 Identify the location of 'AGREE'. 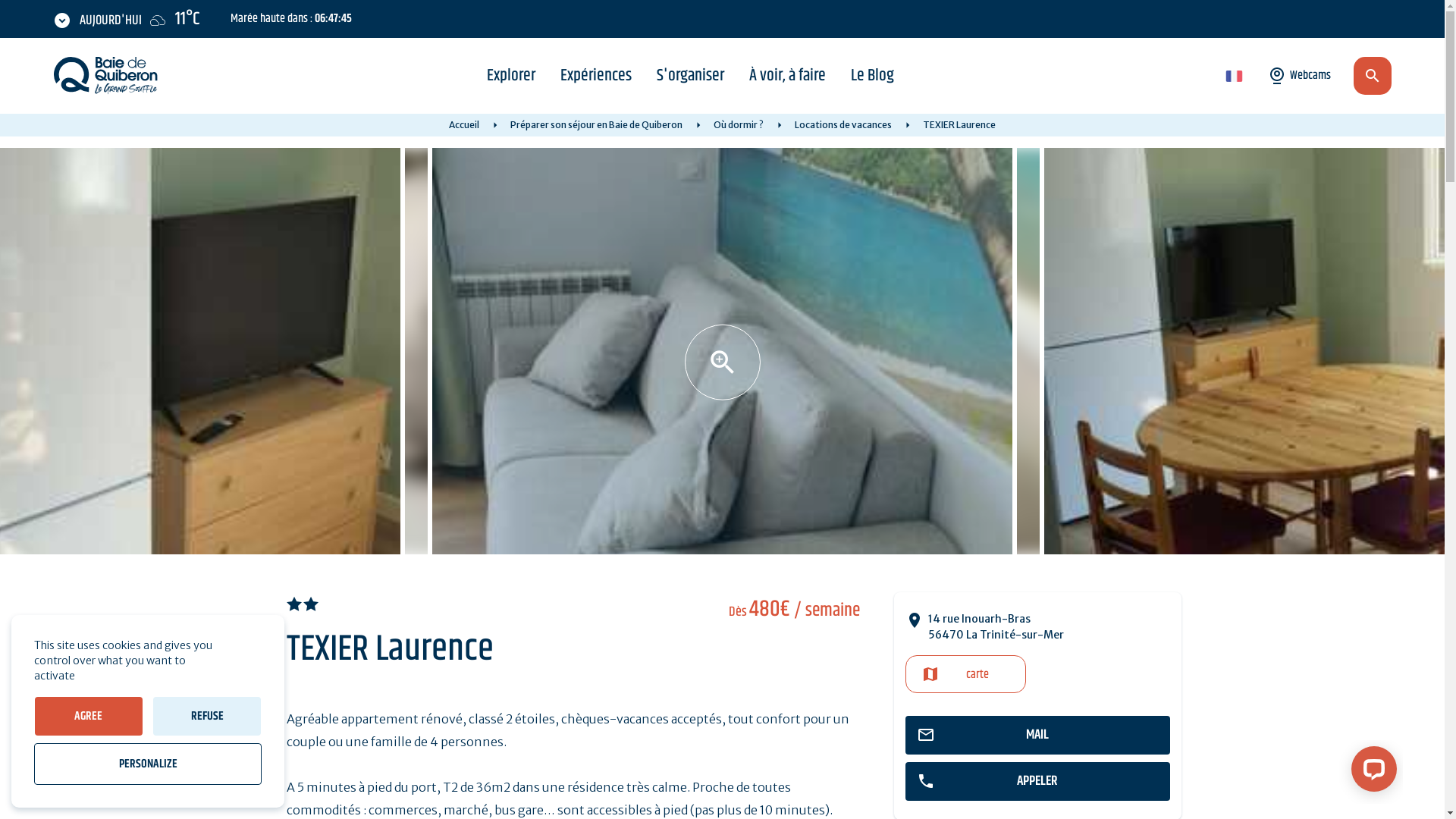
(87, 716).